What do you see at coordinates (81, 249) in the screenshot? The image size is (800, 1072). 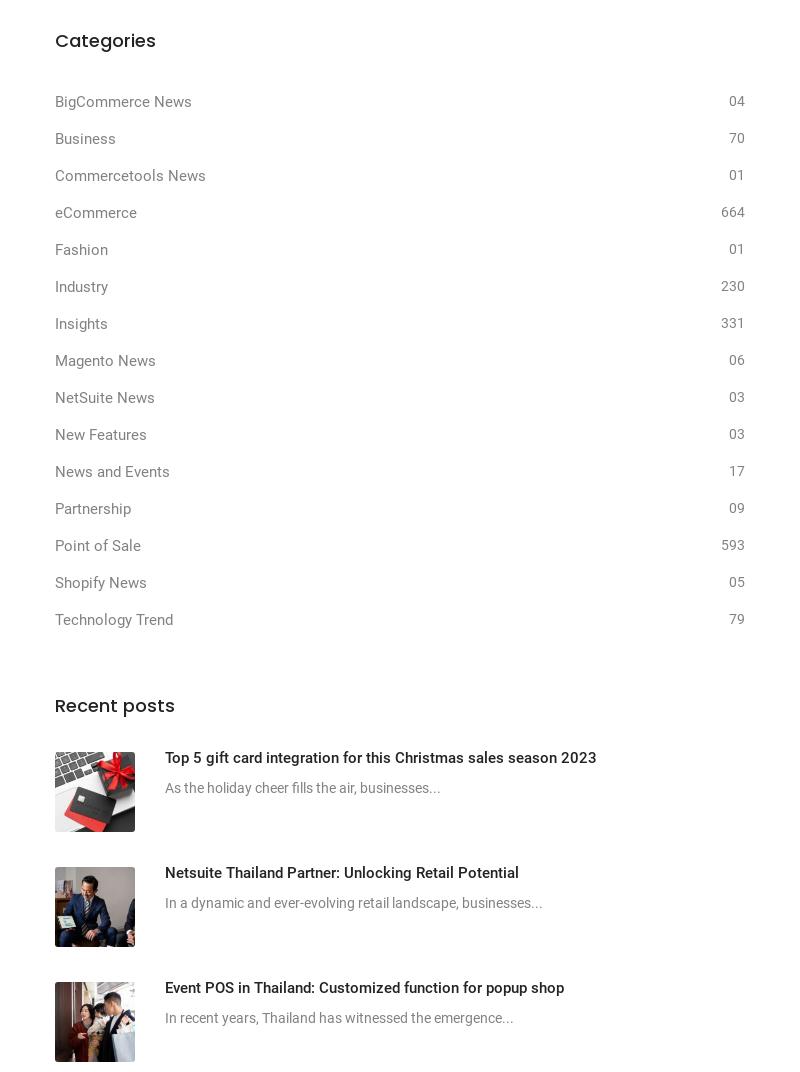 I see `'Fashion'` at bounding box center [81, 249].